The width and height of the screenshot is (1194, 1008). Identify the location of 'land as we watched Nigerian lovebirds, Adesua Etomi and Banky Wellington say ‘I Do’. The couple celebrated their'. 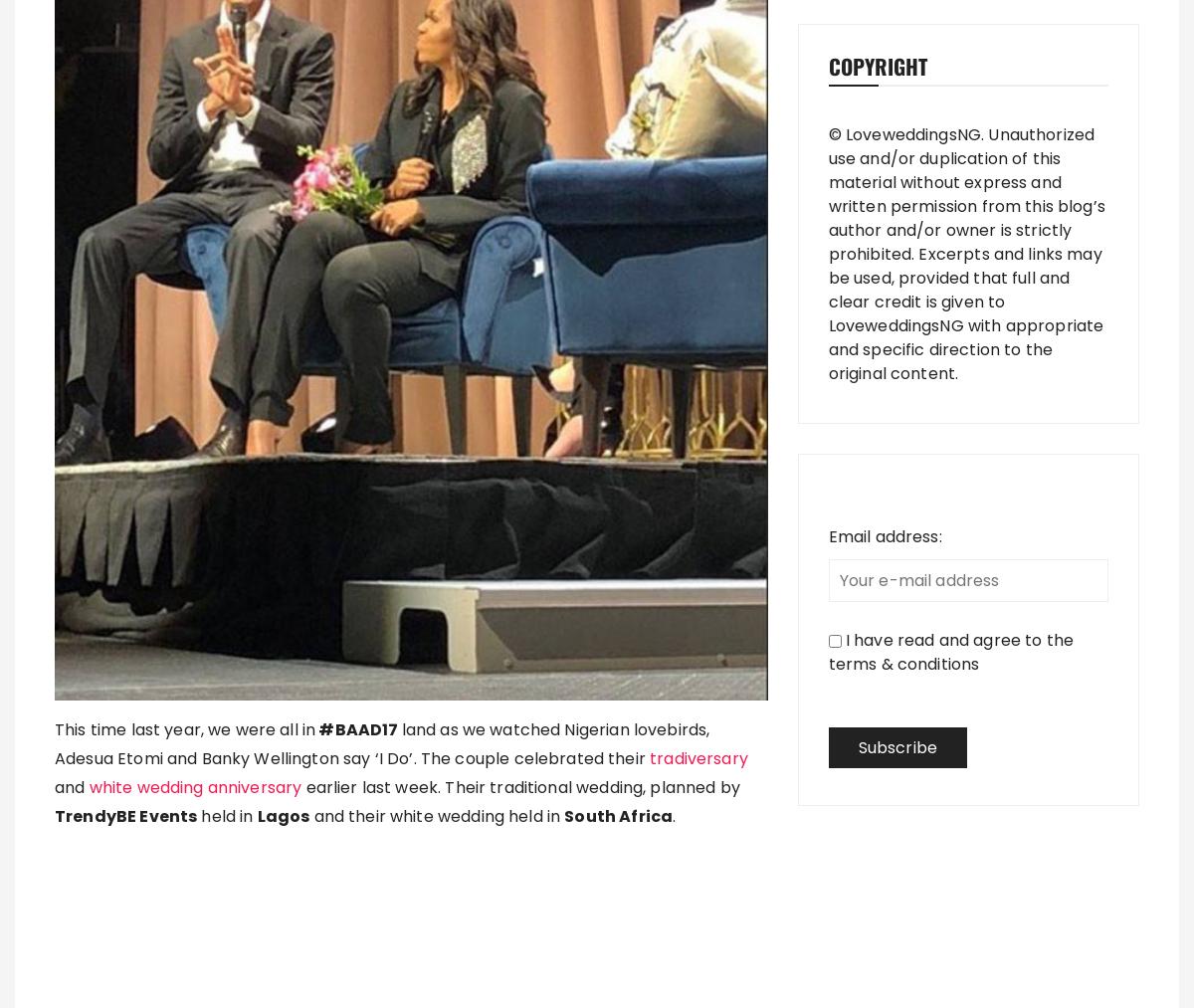
(382, 743).